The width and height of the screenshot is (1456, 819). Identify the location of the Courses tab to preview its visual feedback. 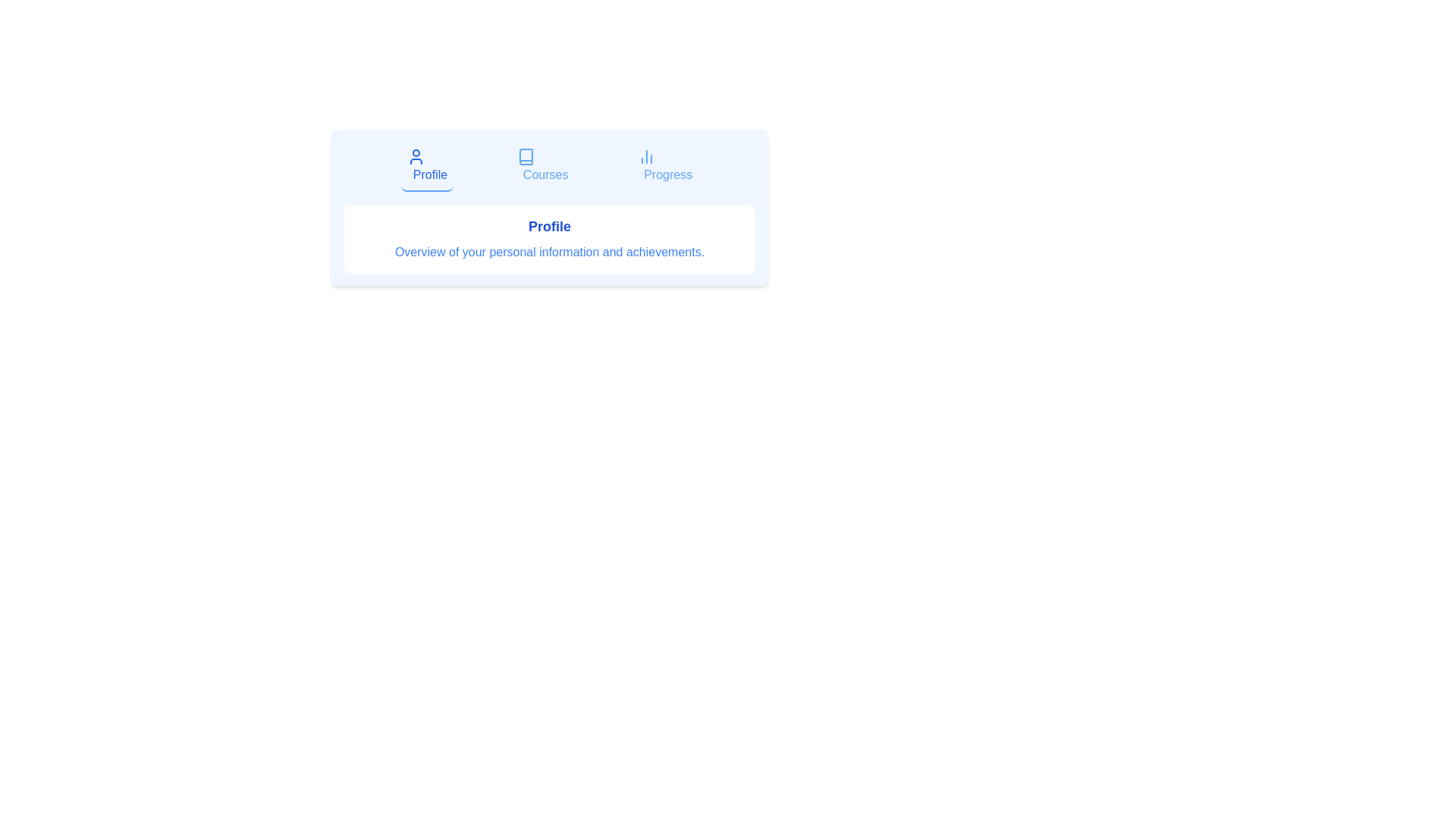
(542, 166).